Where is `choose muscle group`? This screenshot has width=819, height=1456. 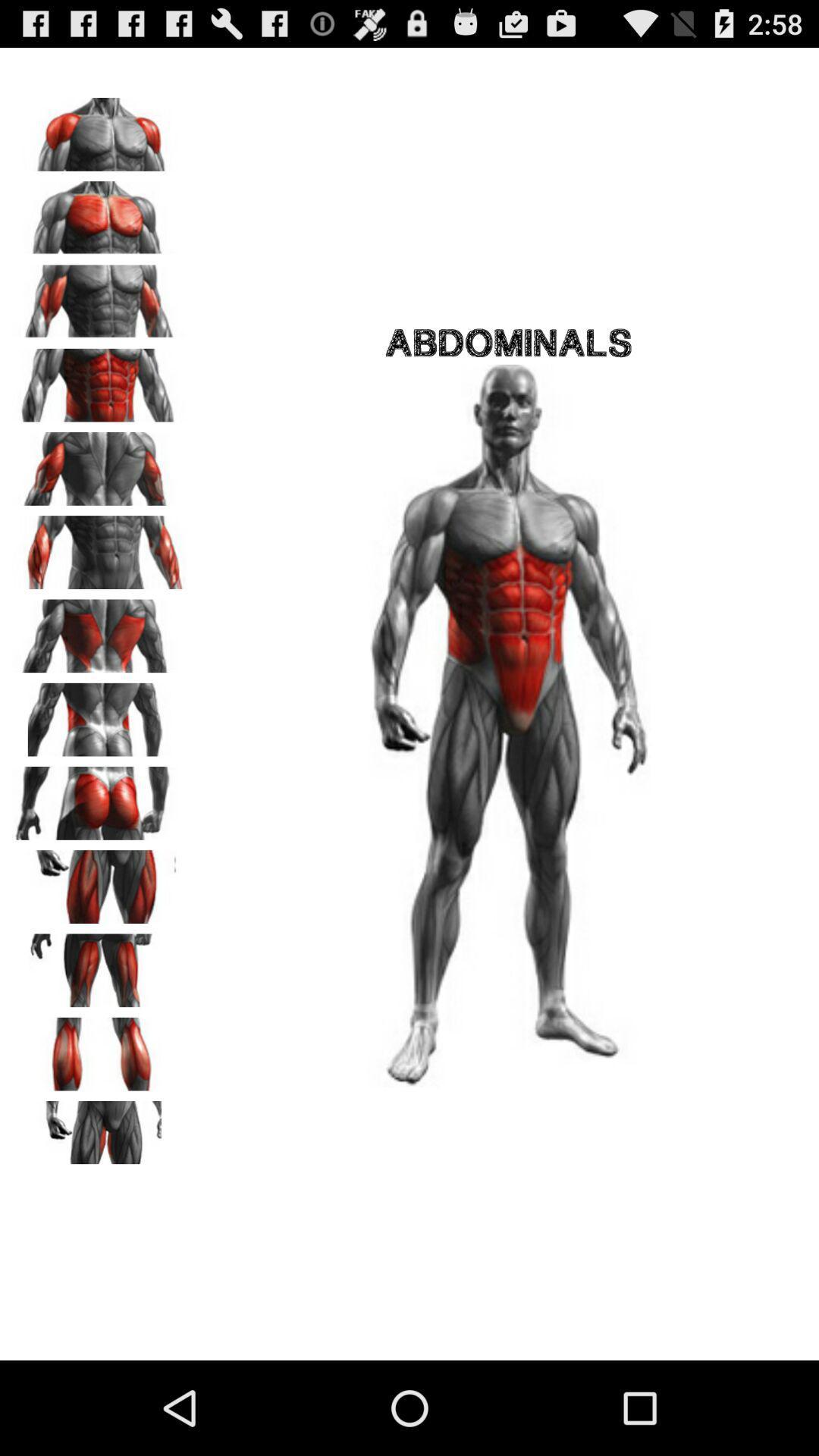 choose muscle group is located at coordinates (99, 1048).